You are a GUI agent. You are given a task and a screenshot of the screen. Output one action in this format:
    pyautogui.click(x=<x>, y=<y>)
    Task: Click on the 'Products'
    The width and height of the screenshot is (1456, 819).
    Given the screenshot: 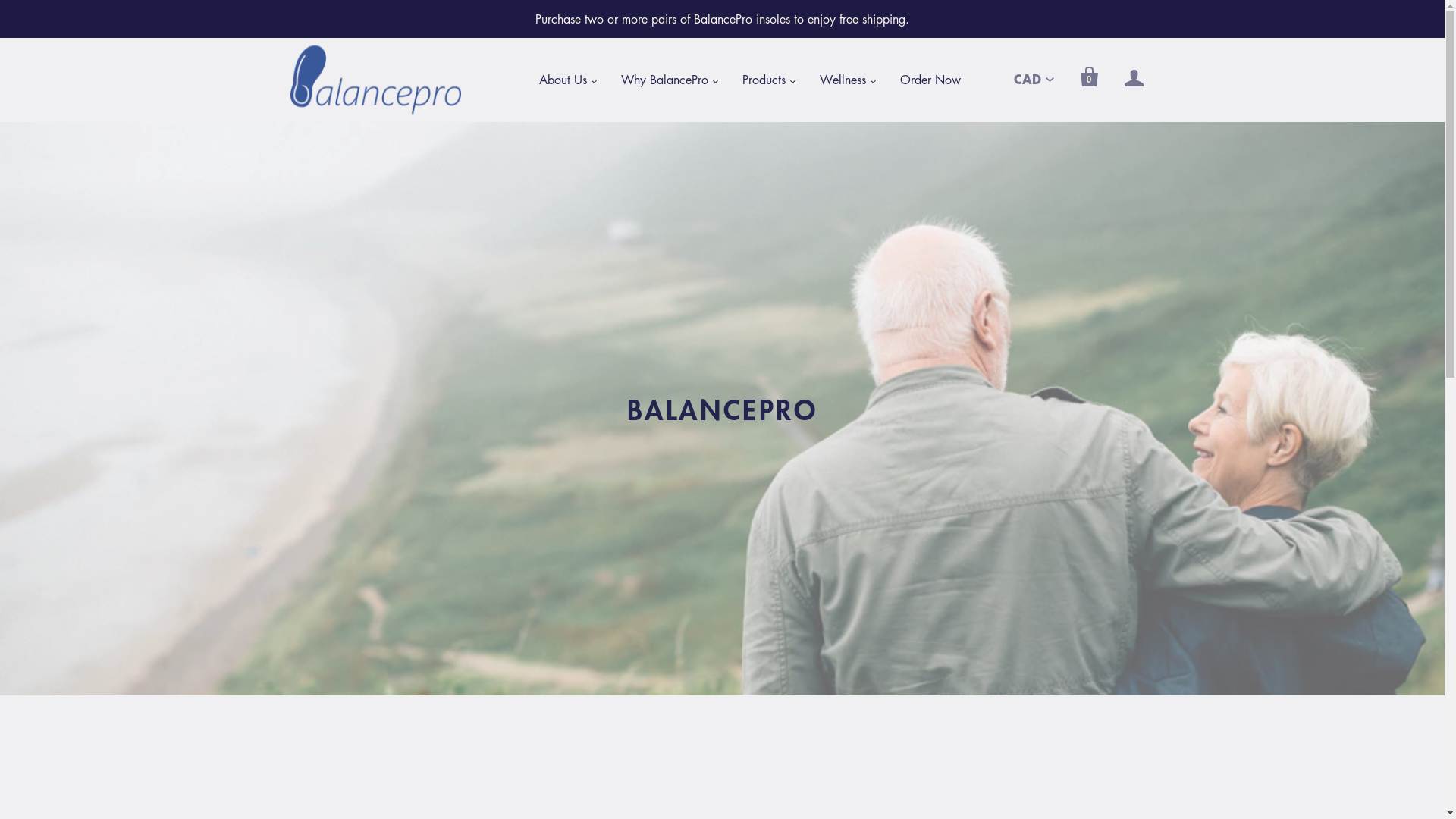 What is the action you would take?
    pyautogui.click(x=726, y=79)
    